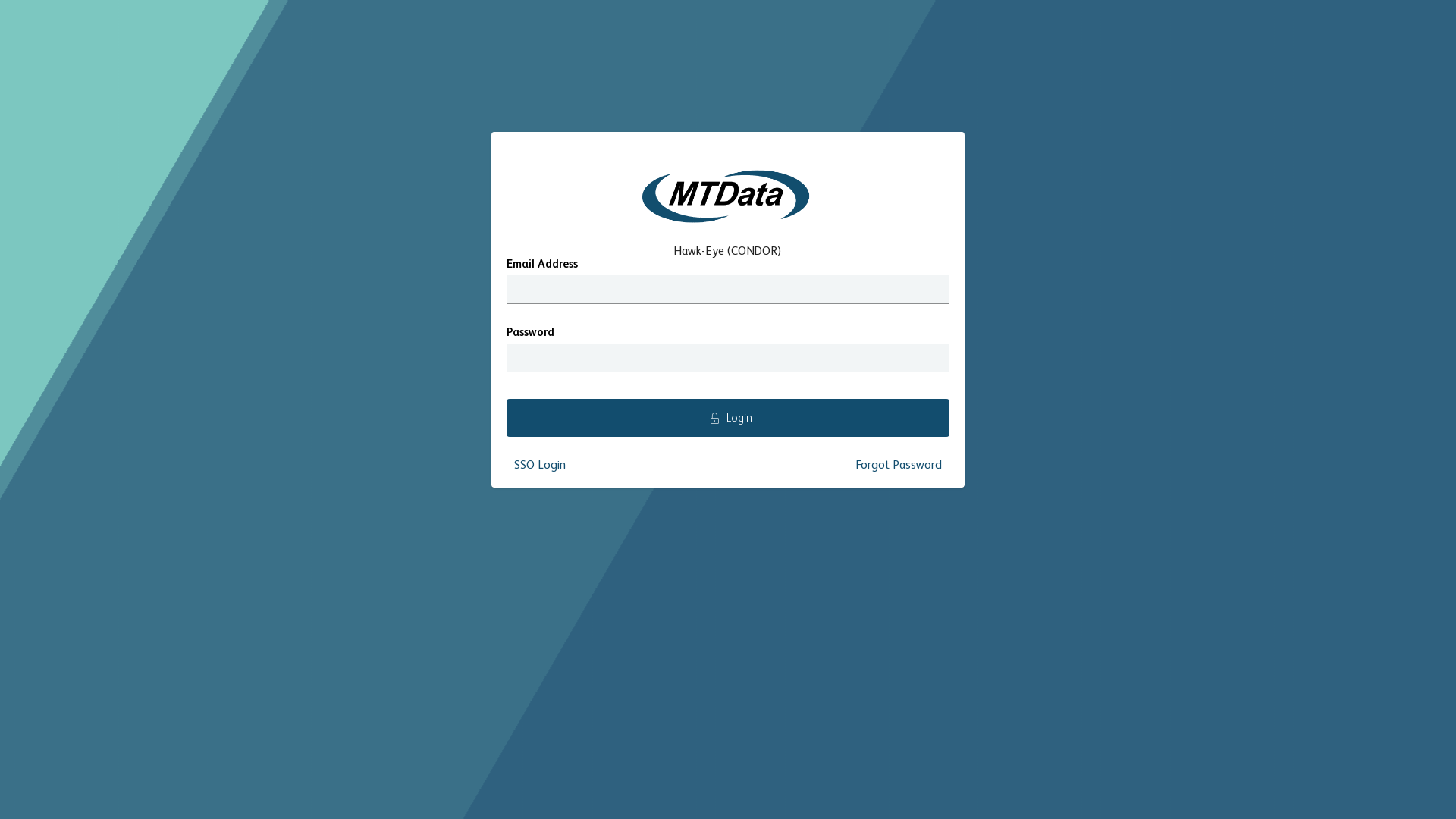  Describe the element at coordinates (899, 464) in the screenshot. I see `'Forgot Password'` at that location.